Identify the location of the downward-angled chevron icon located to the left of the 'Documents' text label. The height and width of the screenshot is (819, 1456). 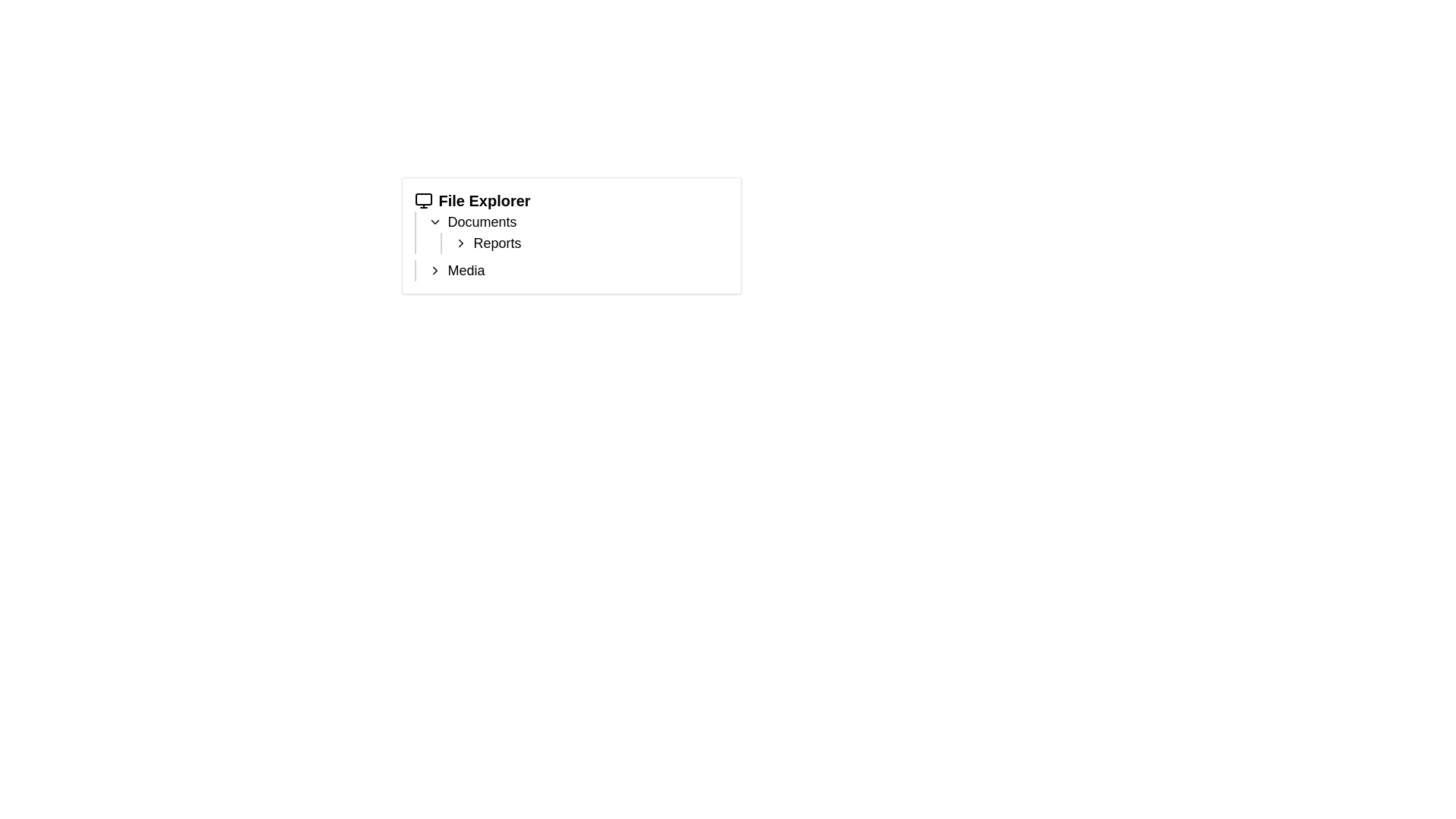
(434, 222).